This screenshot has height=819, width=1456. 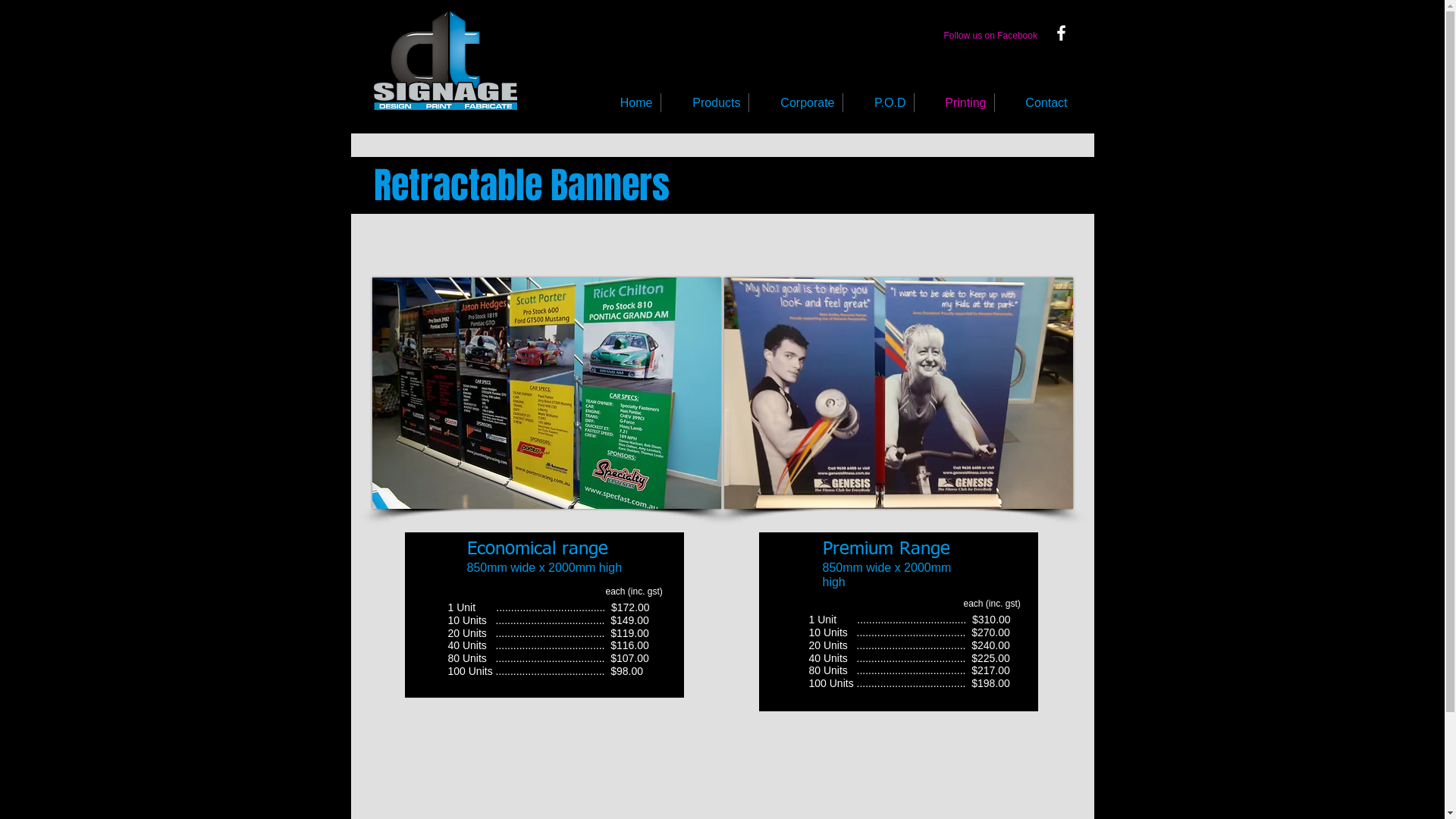 I want to click on 'Contact', so click(x=994, y=102).